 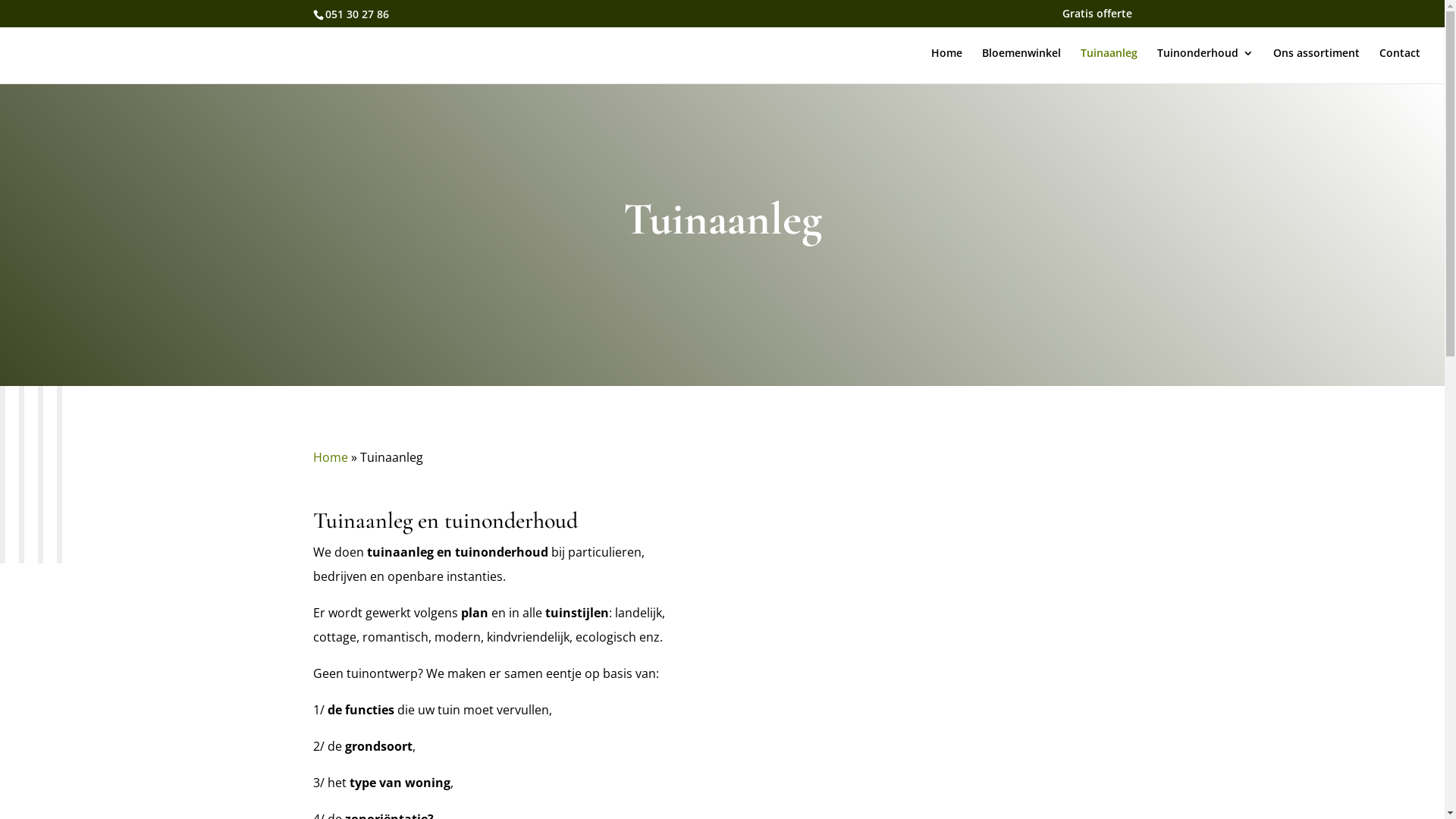 What do you see at coordinates (1399, 64) in the screenshot?
I see `'Contact'` at bounding box center [1399, 64].